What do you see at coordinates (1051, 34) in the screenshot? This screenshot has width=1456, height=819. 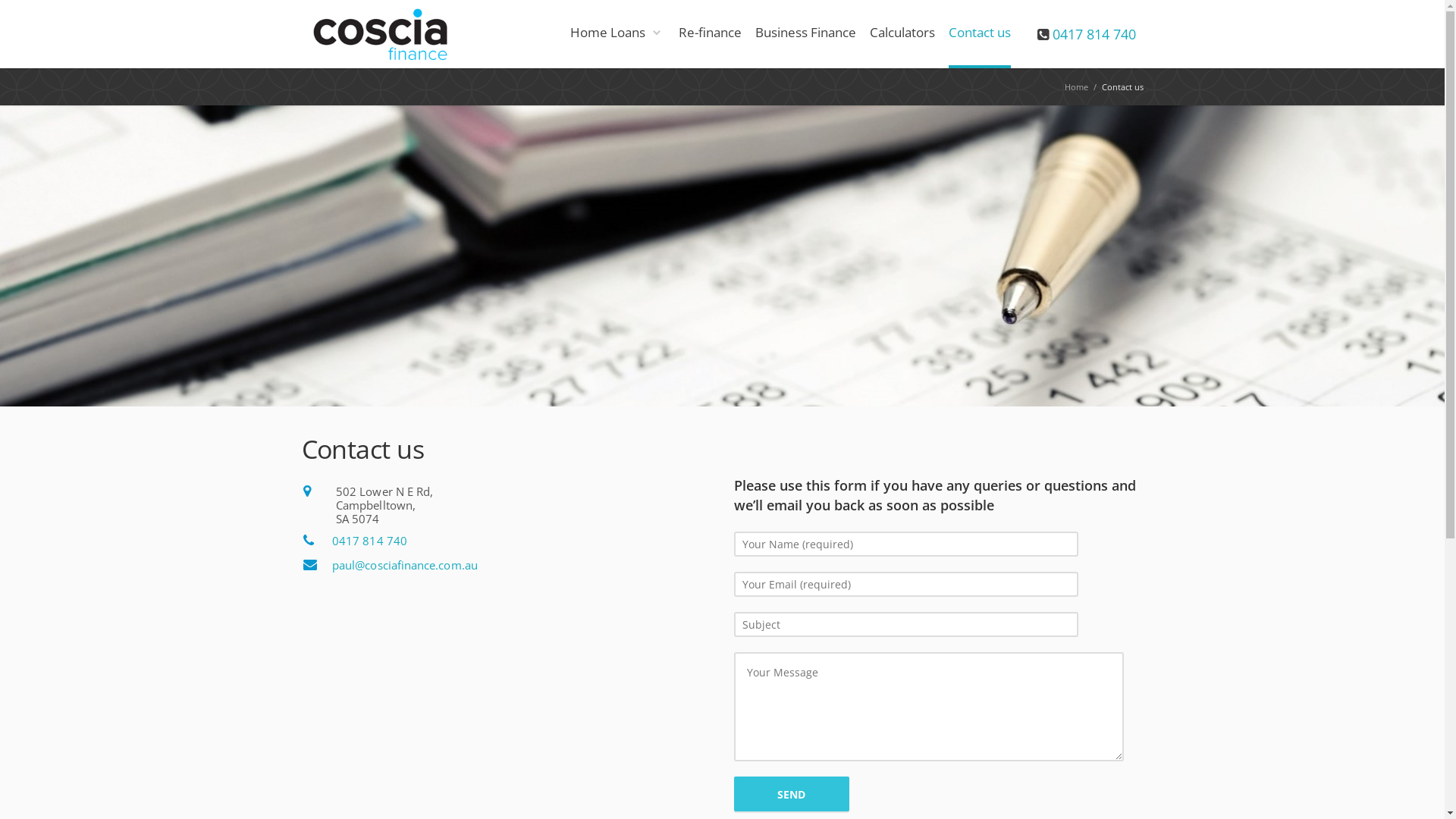 I see `'0417 814 740'` at bounding box center [1051, 34].